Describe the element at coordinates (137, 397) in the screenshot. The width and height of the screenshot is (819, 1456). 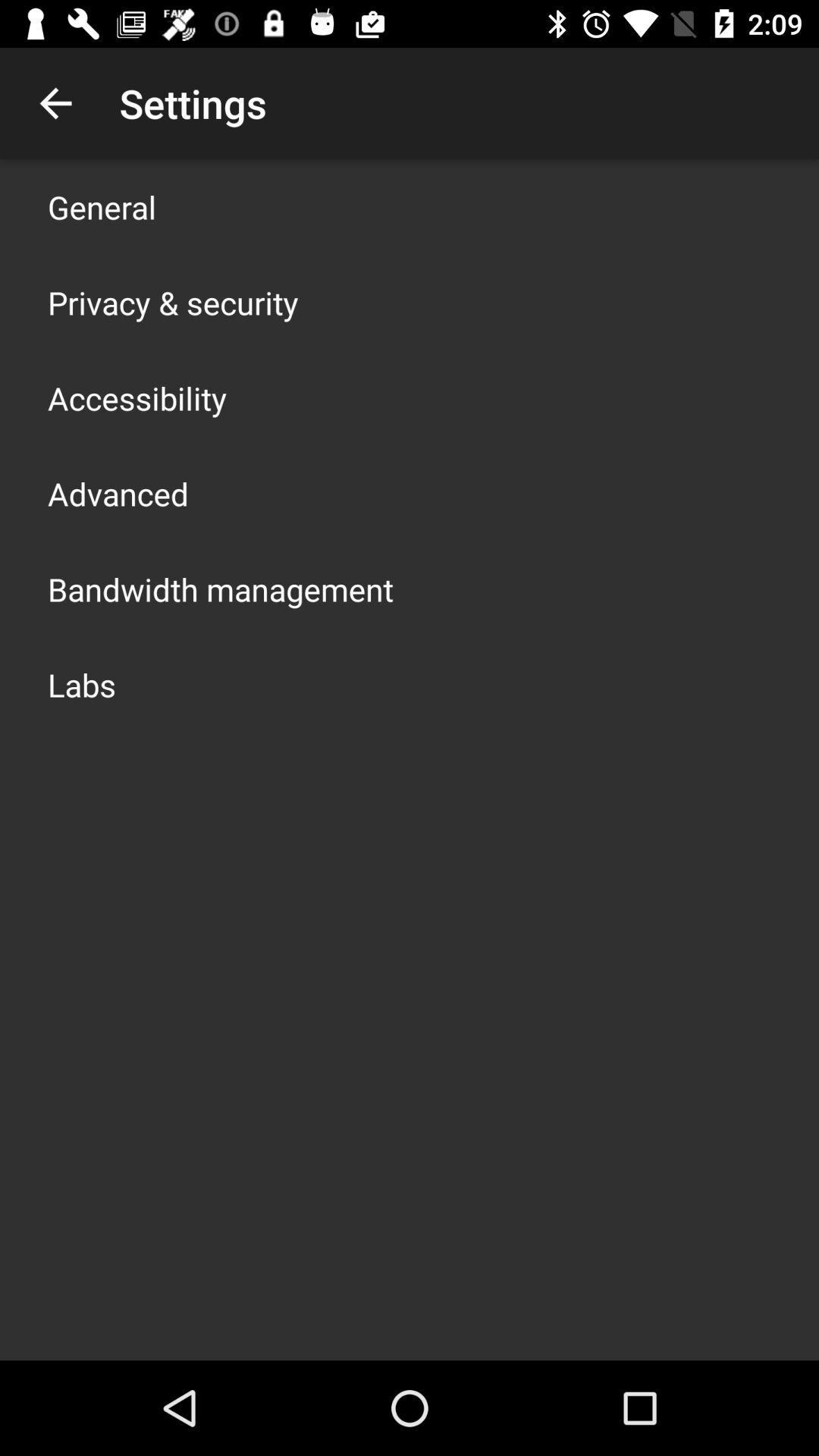
I see `the accessibility item` at that location.